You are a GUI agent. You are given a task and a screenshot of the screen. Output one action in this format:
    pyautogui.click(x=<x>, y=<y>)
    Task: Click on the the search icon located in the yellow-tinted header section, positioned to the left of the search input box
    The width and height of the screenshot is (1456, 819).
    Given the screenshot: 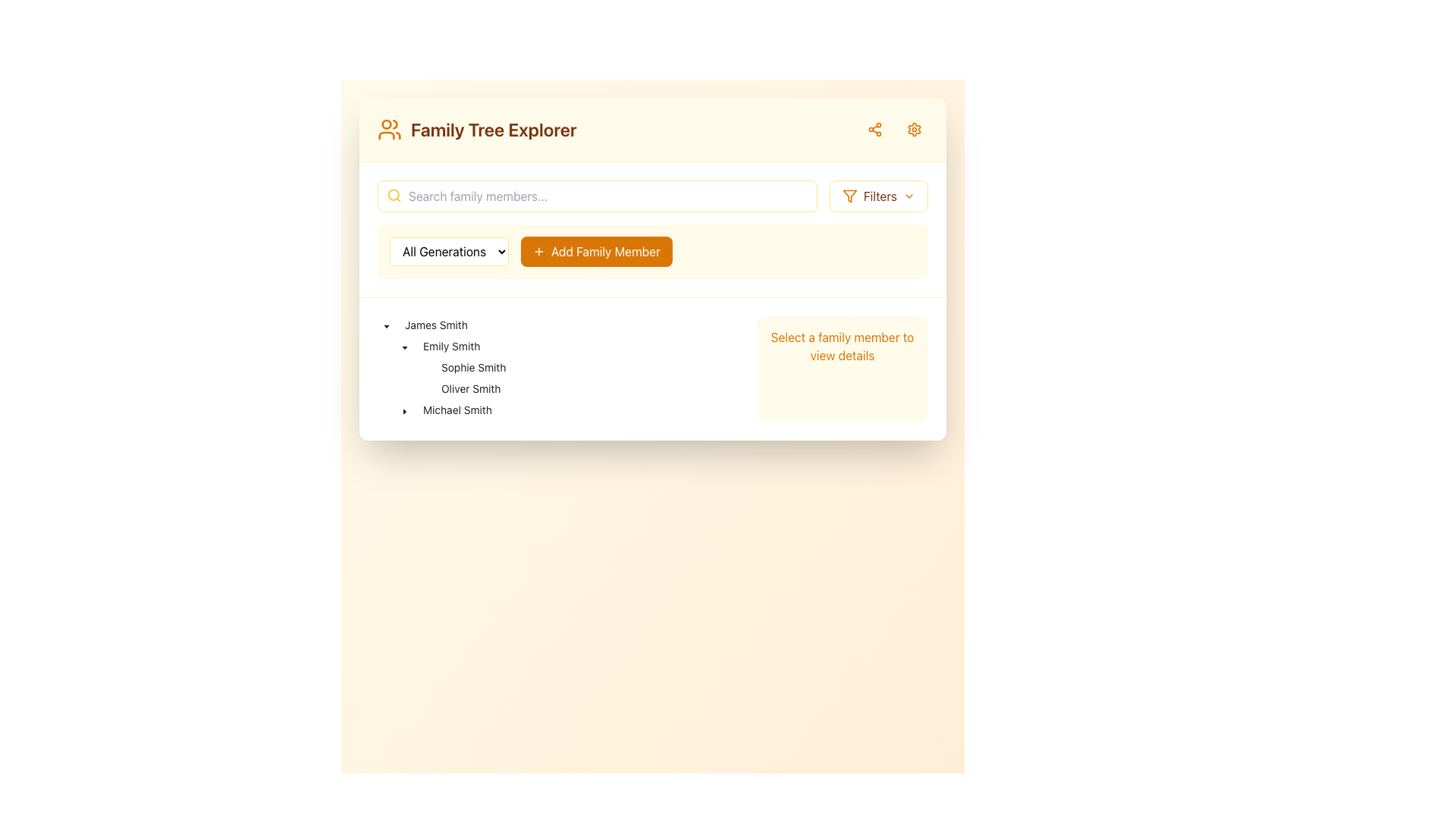 What is the action you would take?
    pyautogui.click(x=394, y=195)
    